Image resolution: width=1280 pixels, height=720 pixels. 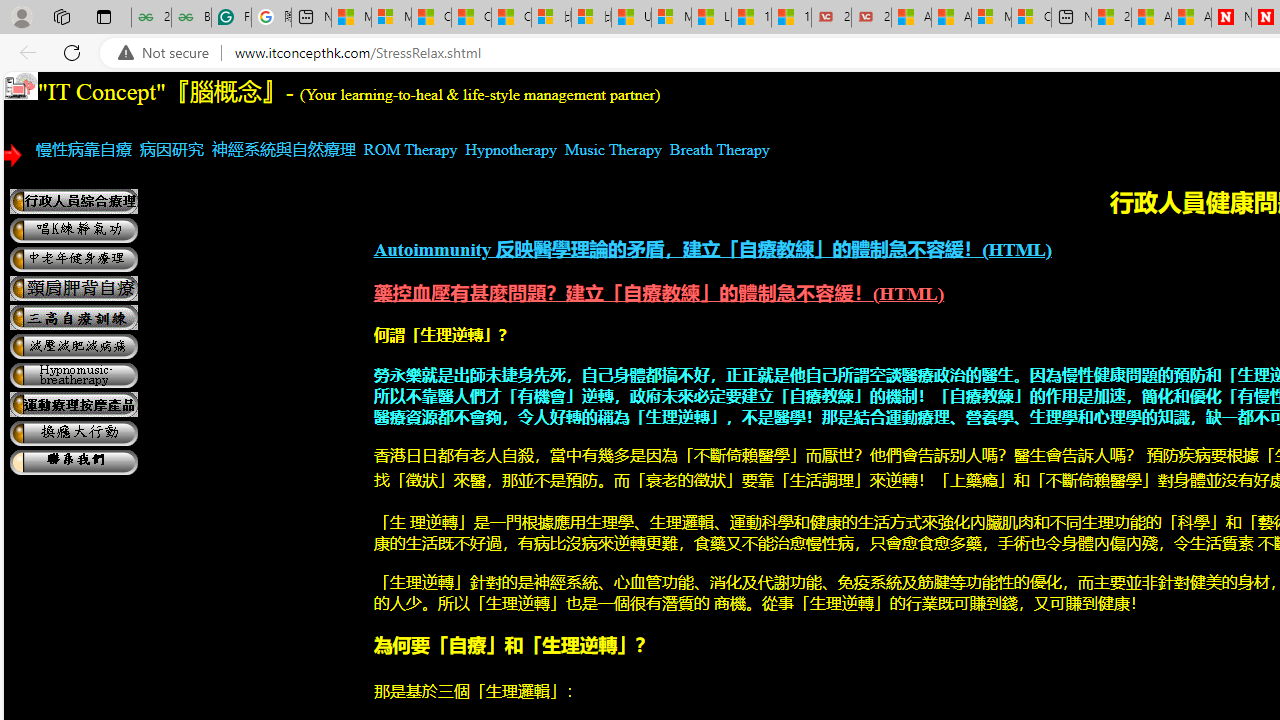 What do you see at coordinates (871, 17) in the screenshot?
I see `'21 Movies That Outdid the Books They Were Based On'` at bounding box center [871, 17].